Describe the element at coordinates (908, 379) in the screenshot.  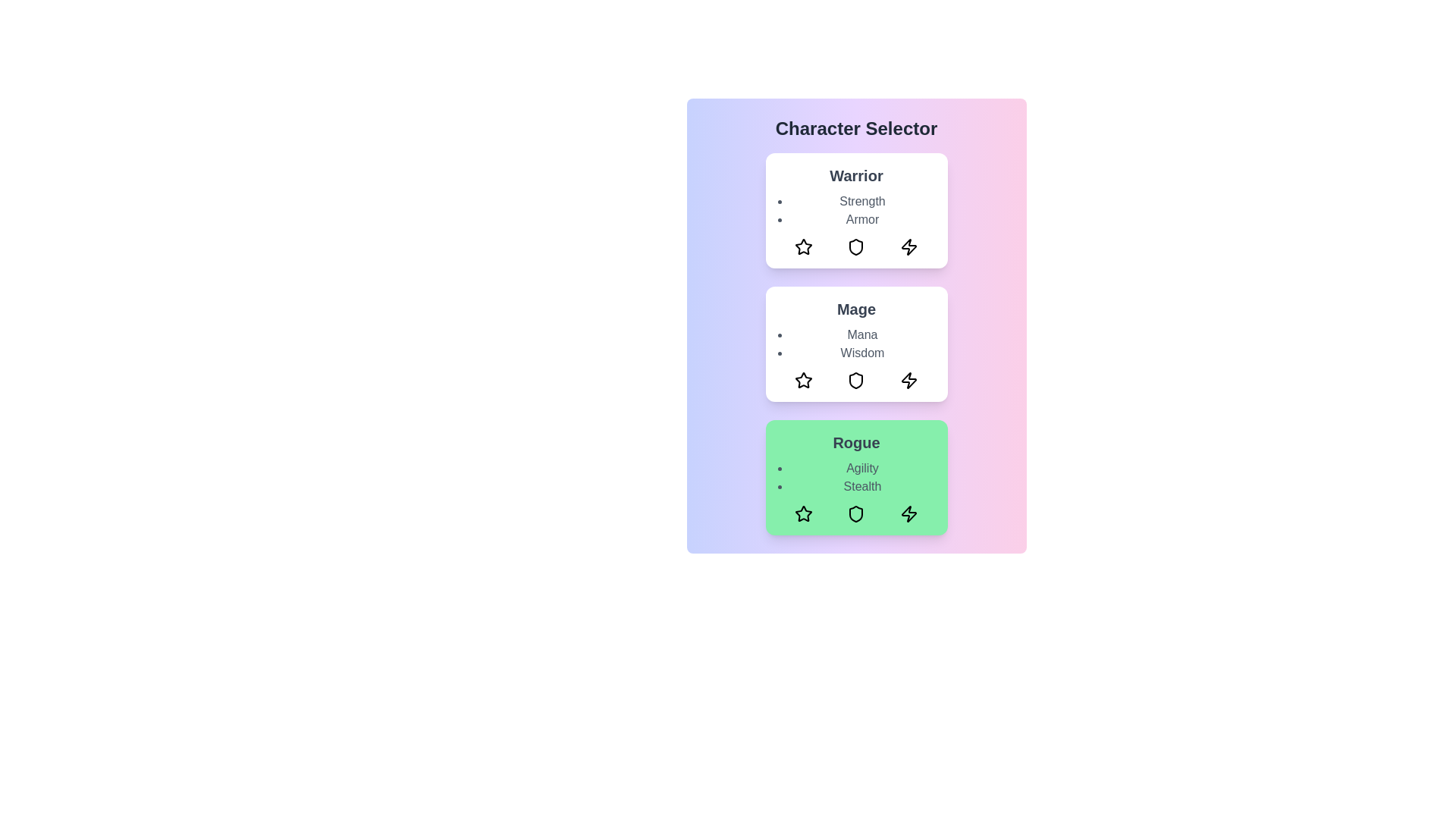
I see `the zap icon in the mage card` at that location.